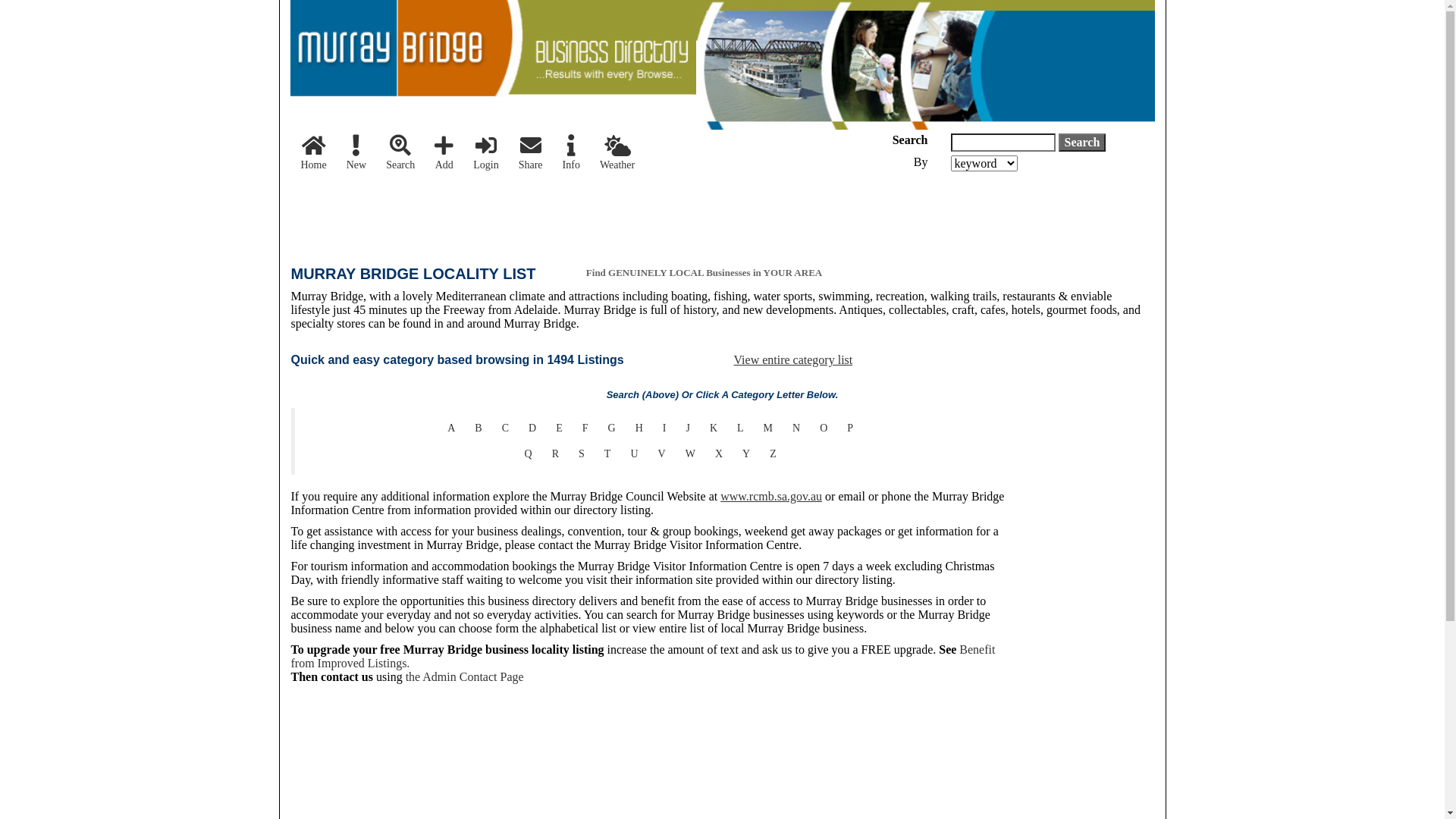 This screenshot has width=1456, height=819. What do you see at coordinates (675, 453) in the screenshot?
I see `'W'` at bounding box center [675, 453].